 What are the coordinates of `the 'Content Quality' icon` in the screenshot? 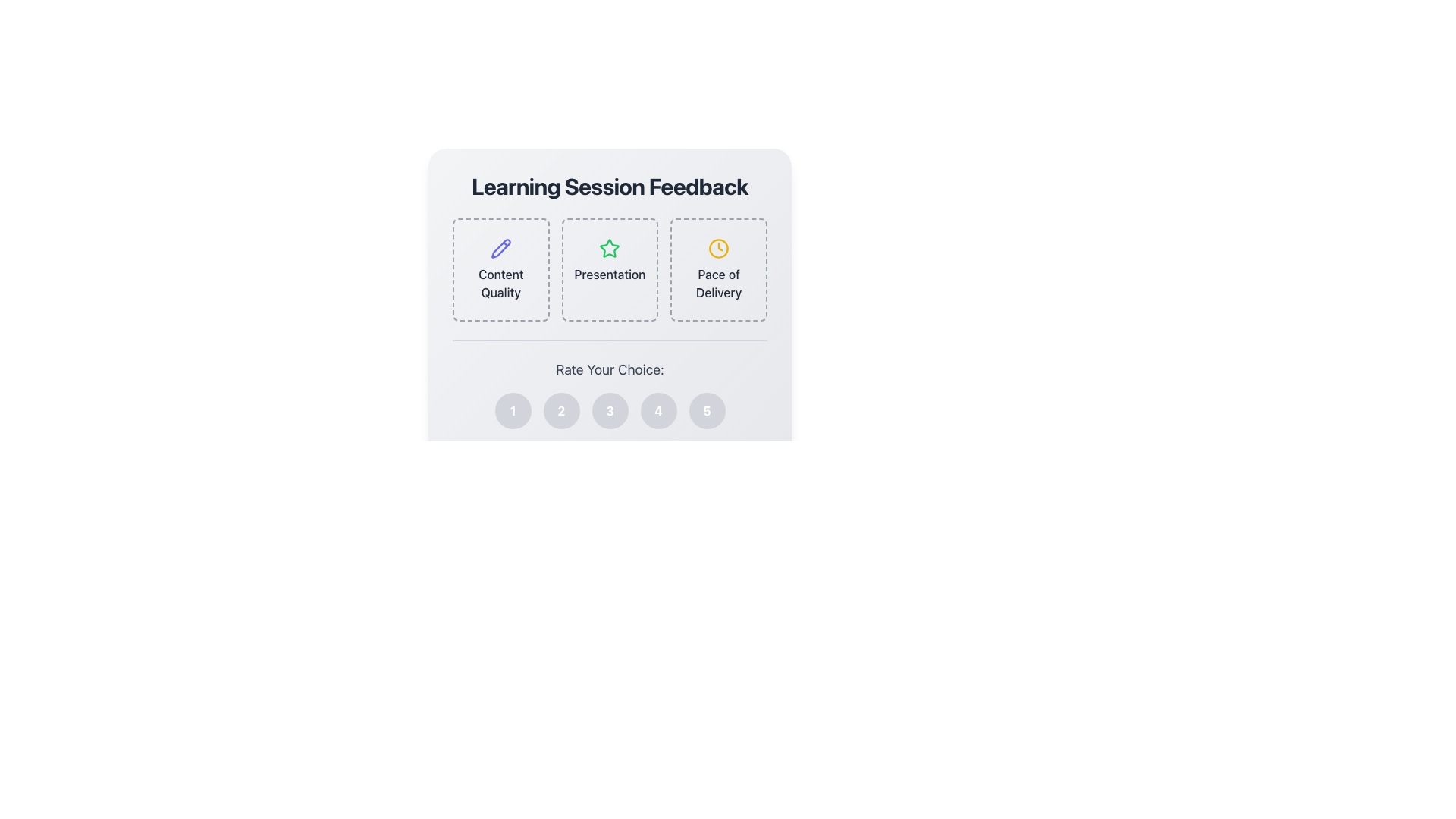 It's located at (500, 247).